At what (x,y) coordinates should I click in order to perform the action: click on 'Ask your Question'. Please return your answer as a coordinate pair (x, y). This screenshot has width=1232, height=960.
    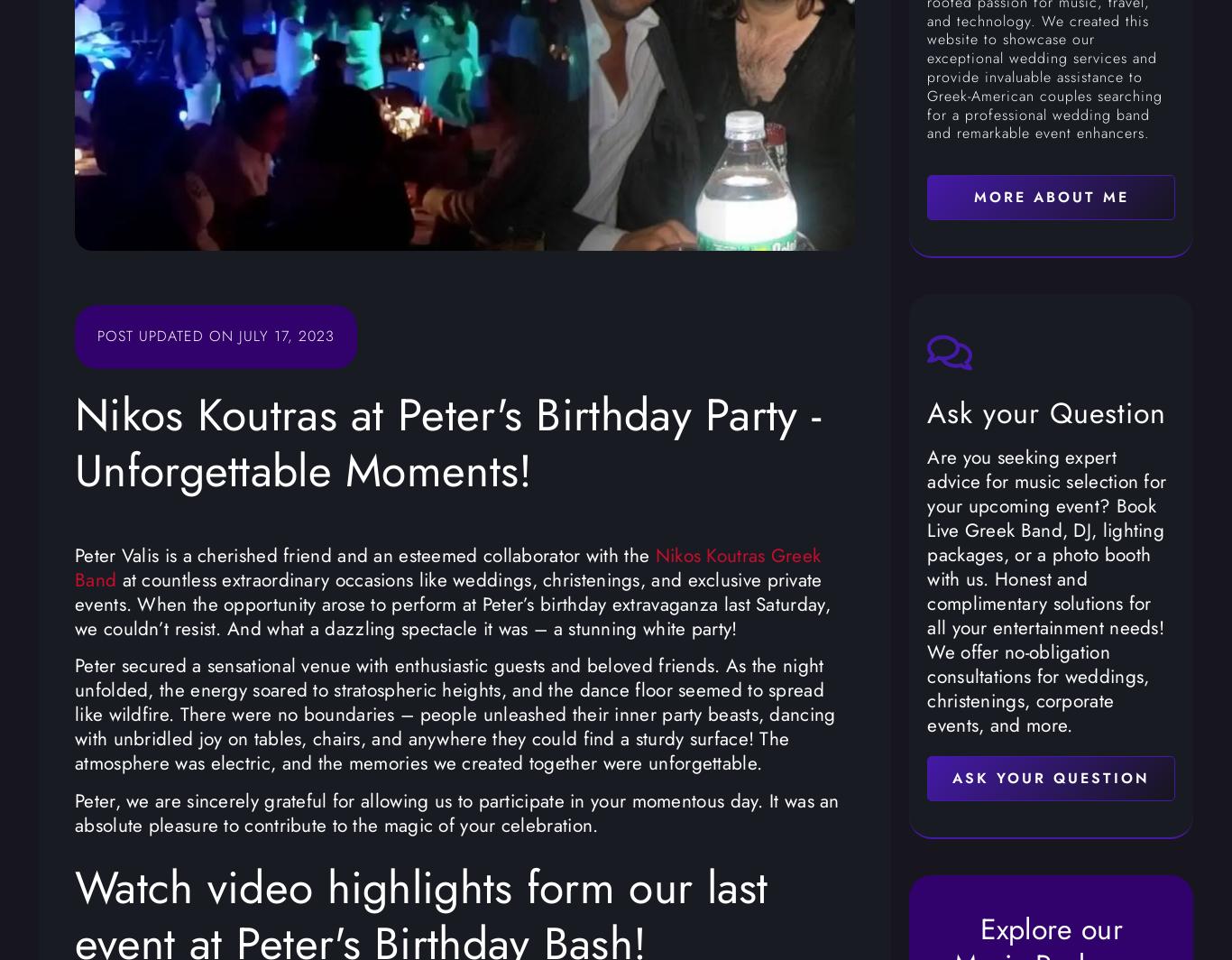
    Looking at the image, I should click on (1046, 411).